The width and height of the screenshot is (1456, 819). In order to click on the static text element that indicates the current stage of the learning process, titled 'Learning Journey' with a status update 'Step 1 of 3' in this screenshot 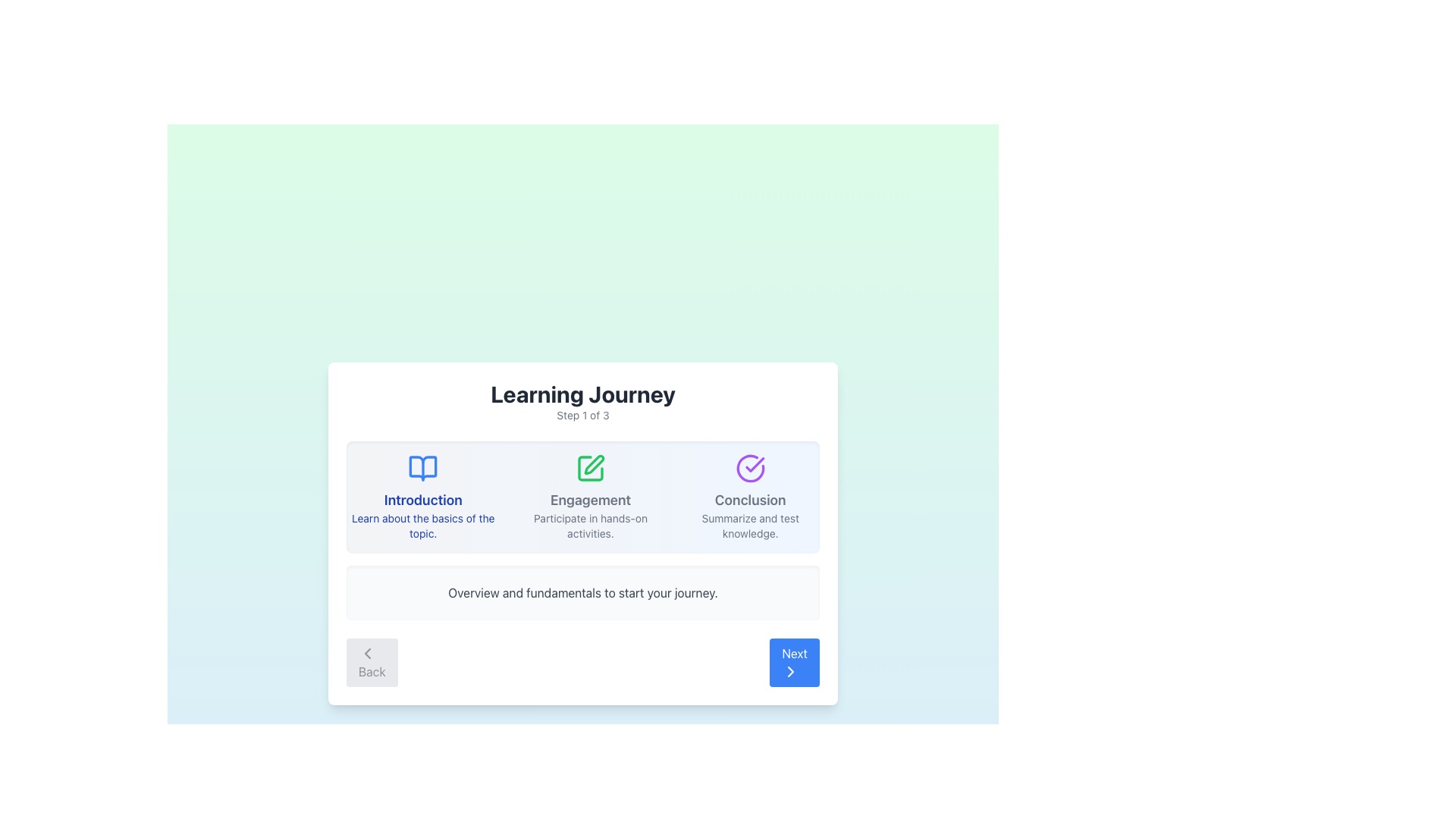, I will do `click(582, 400)`.